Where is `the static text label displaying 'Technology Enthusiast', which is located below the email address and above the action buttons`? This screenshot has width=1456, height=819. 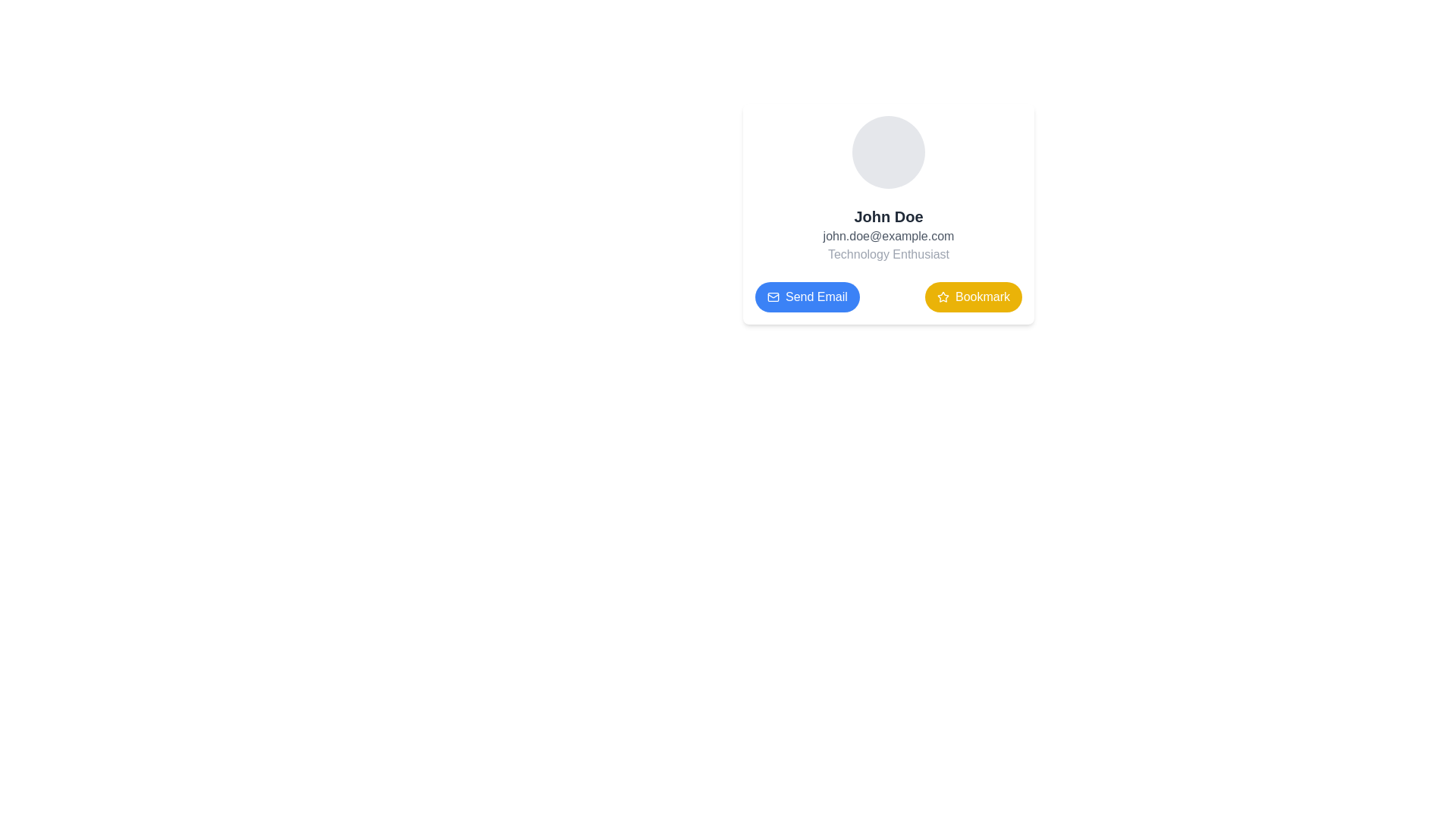 the static text label displaying 'Technology Enthusiast', which is located below the email address and above the action buttons is located at coordinates (888, 253).